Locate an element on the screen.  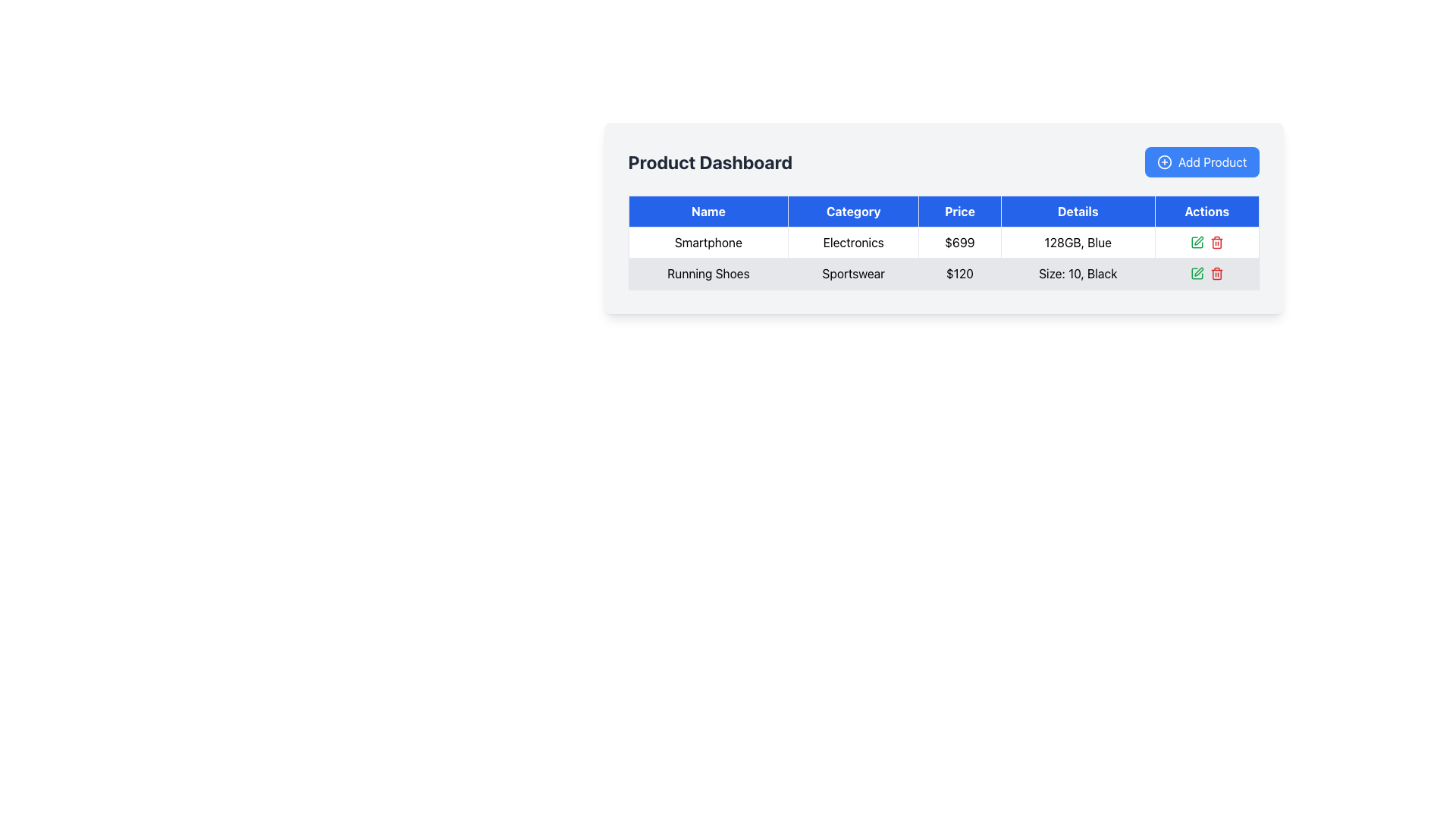
text displayed in the table cell that shows the category of the product, which is 'Electronics', located in the second column of the first row under the 'Category' header is located at coordinates (853, 242).